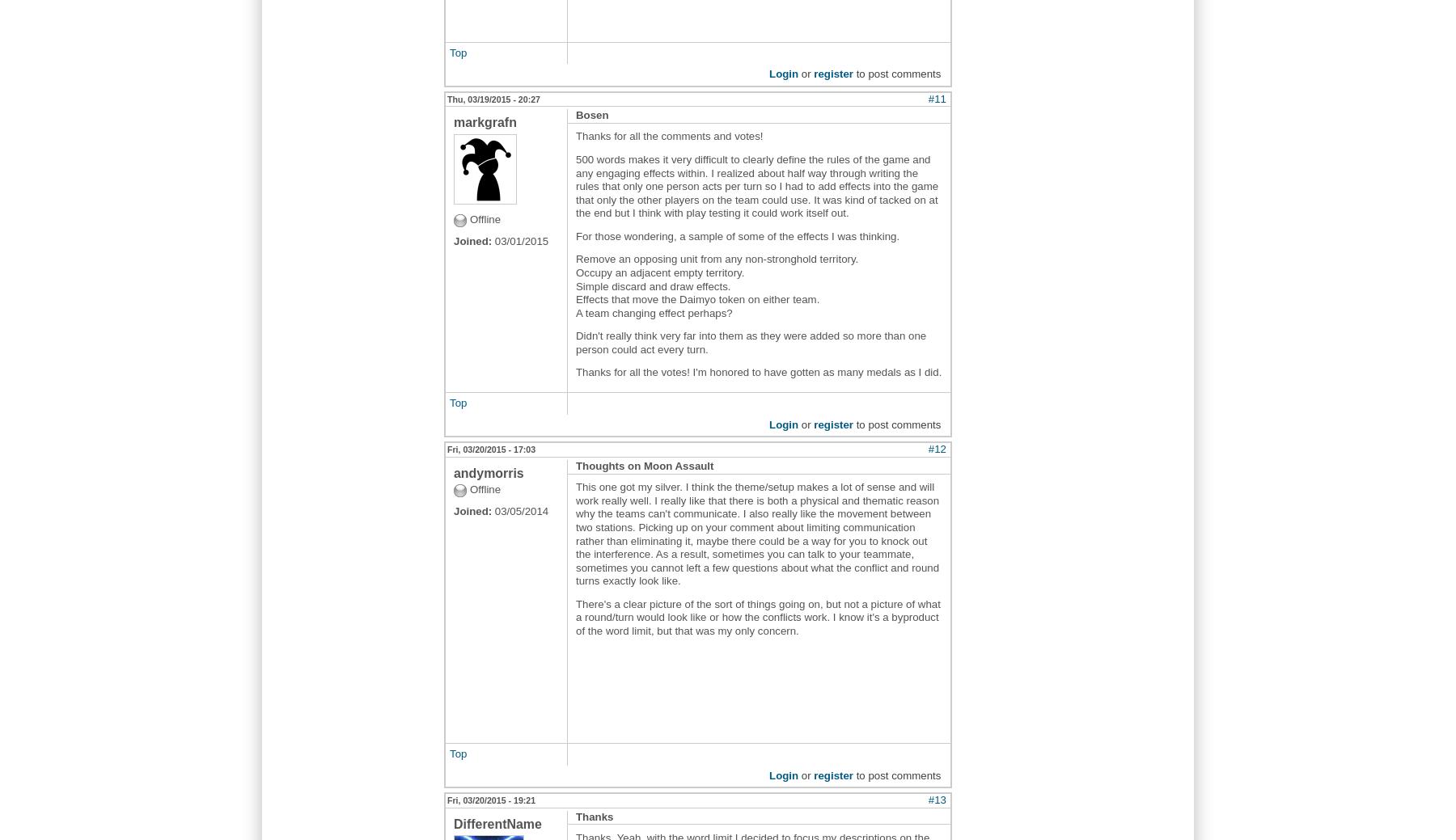  Describe the element at coordinates (591, 114) in the screenshot. I see `'Bosen'` at that location.